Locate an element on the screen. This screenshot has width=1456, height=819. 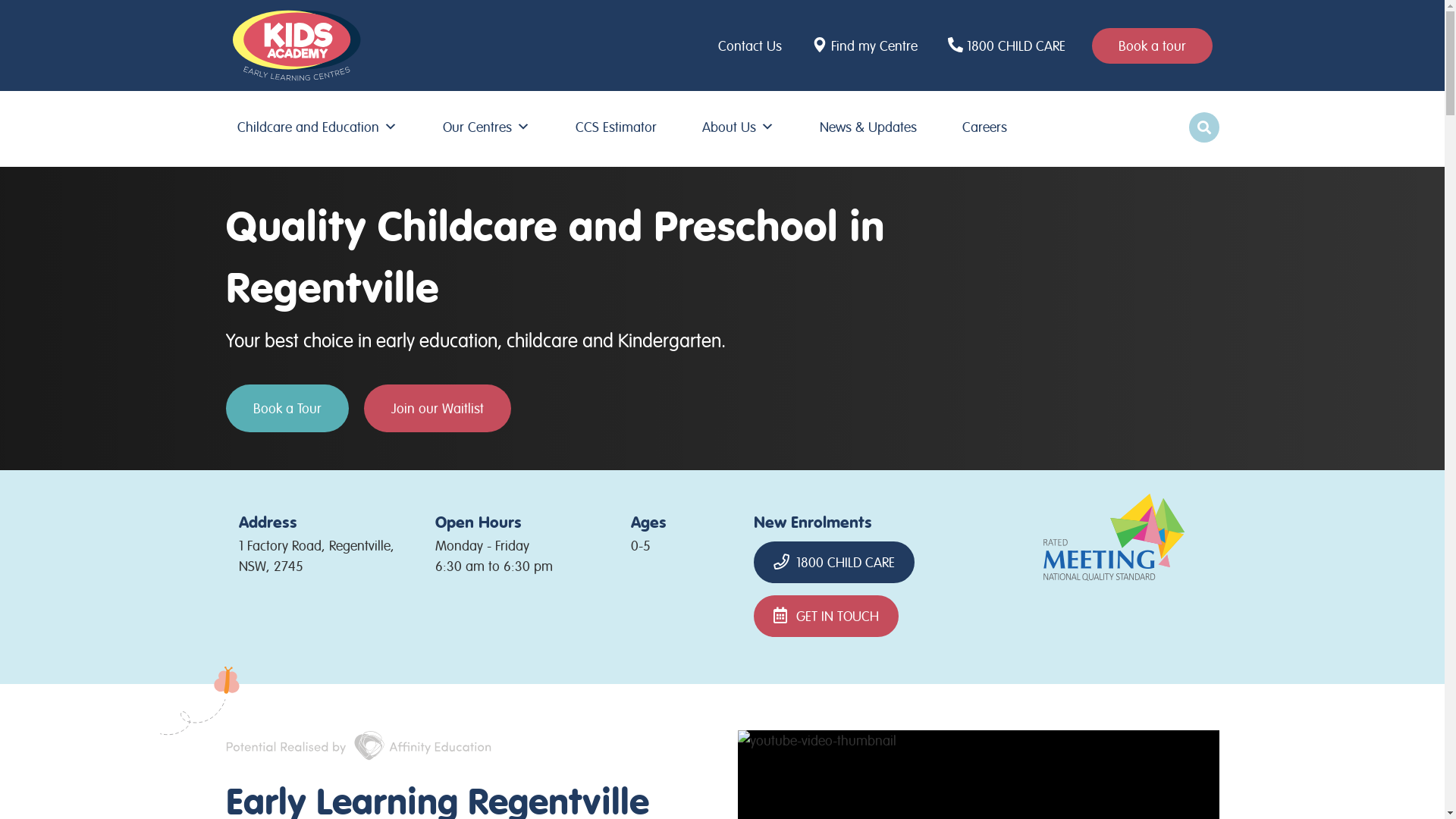
'News & Updates' is located at coordinates (811, 126).